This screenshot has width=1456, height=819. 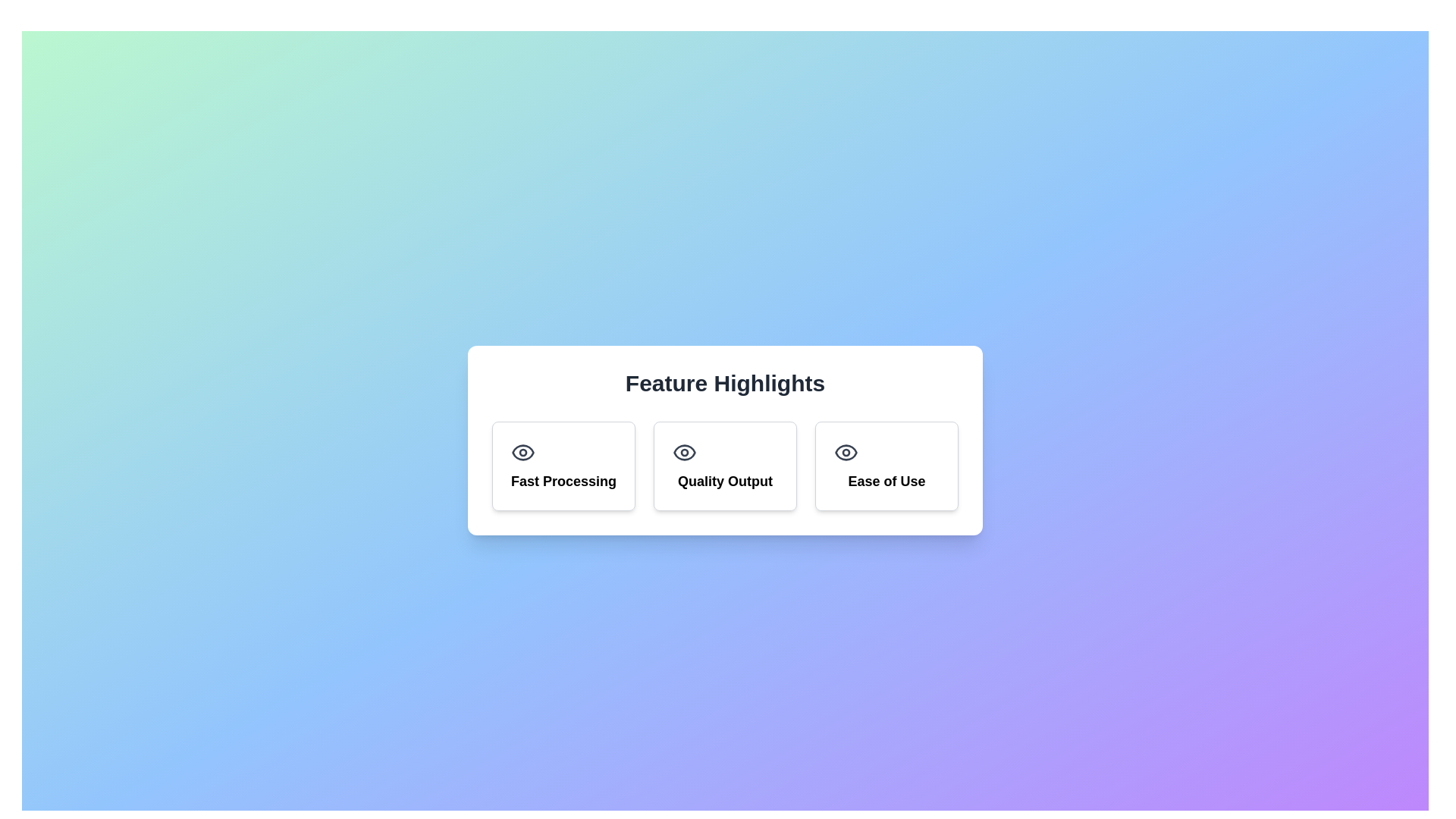 What do you see at coordinates (724, 482) in the screenshot?
I see `text label indicating the title or purpose of the adjacent icon, located in the center of the middle column, below the eye icon` at bounding box center [724, 482].